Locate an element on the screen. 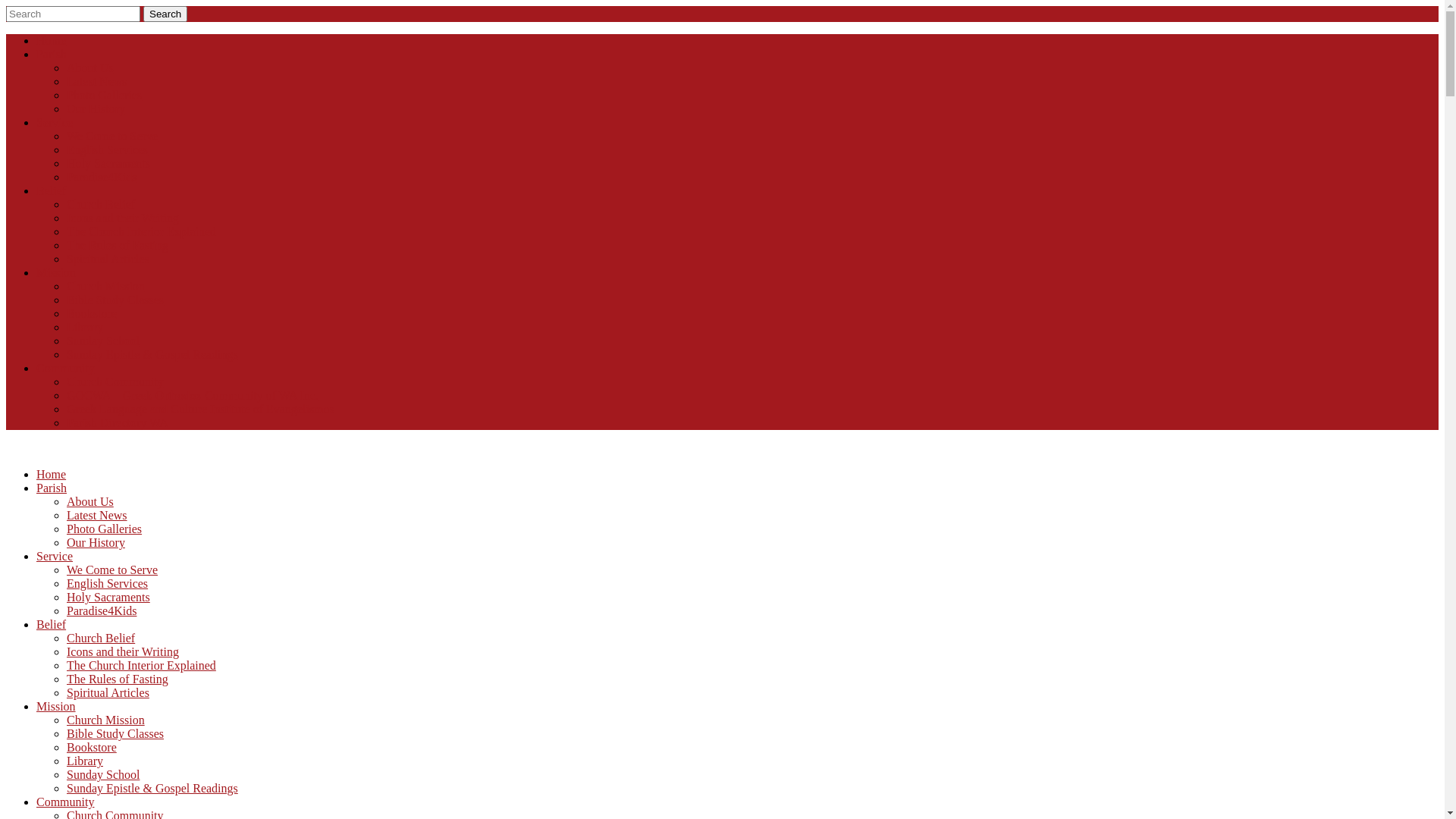 Image resolution: width=1456 pixels, height=819 pixels. 'Home' is located at coordinates (51, 39).